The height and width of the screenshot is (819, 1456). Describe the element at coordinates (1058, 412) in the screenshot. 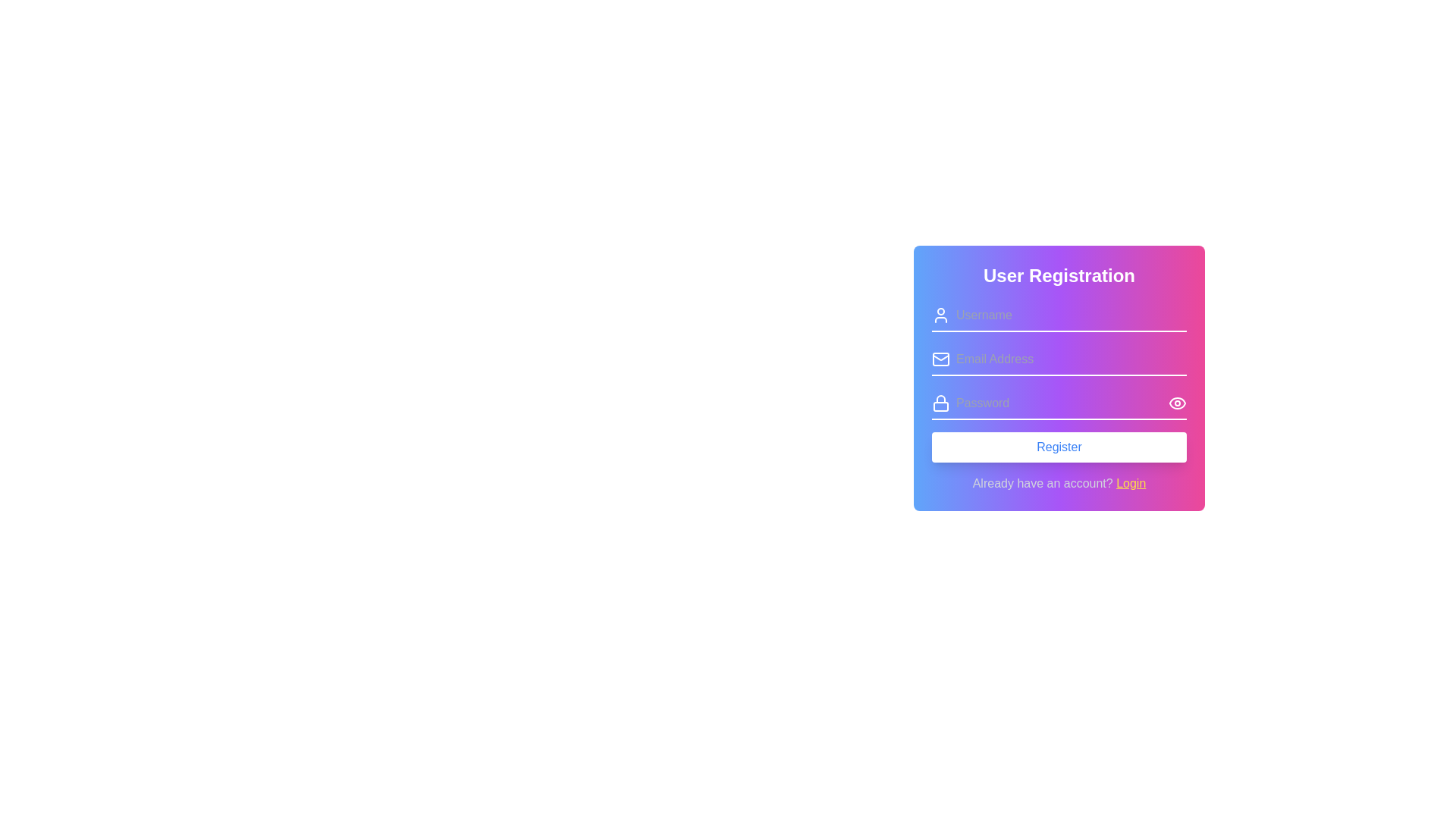

I see `the input field in the user registration modal form to enter text` at that location.